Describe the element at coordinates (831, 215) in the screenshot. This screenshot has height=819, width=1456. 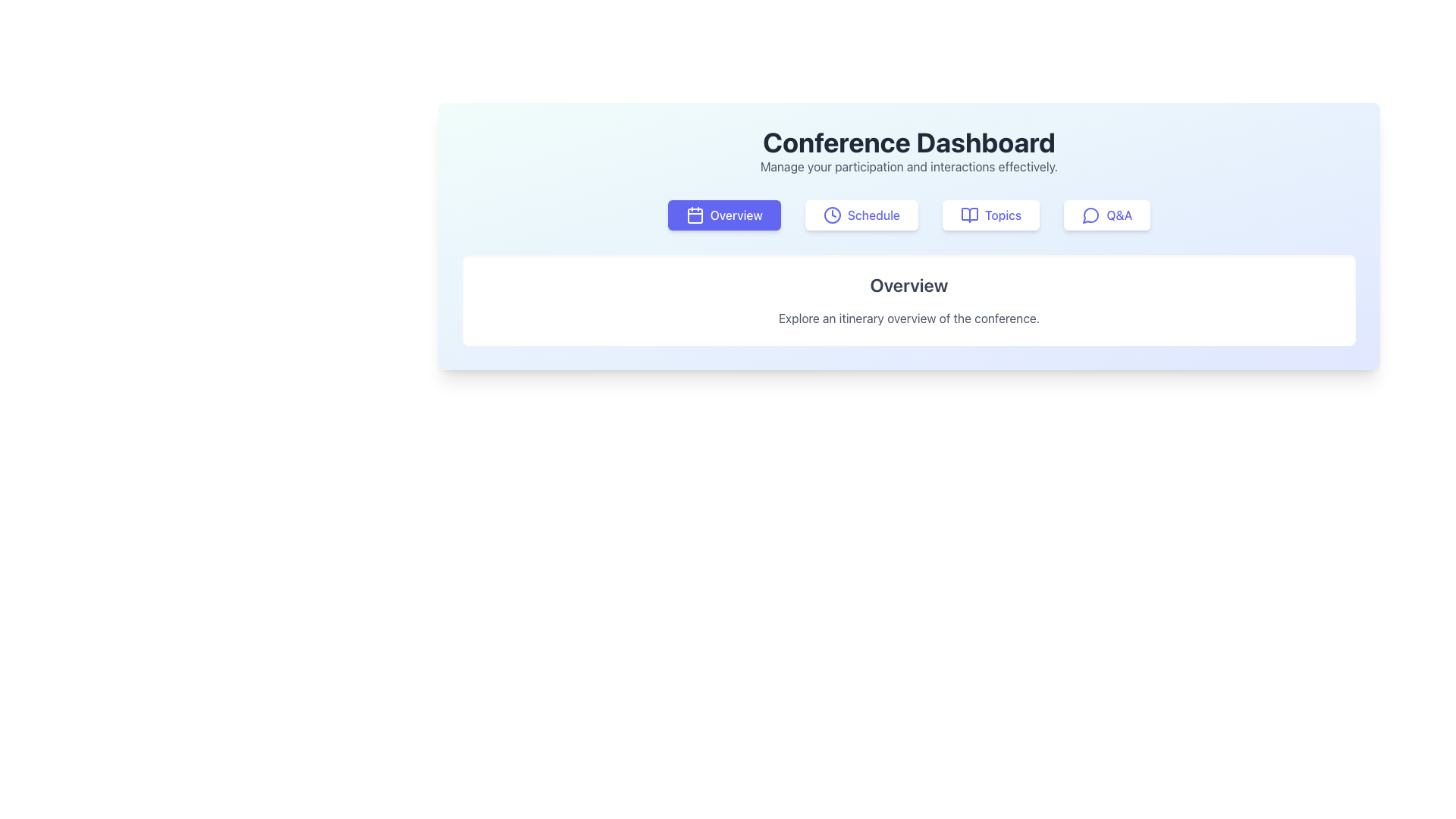
I see `the circular icon within the clock icon located in the 'Schedule' button, which is the second button from the left in the horizontal navigation bar` at that location.